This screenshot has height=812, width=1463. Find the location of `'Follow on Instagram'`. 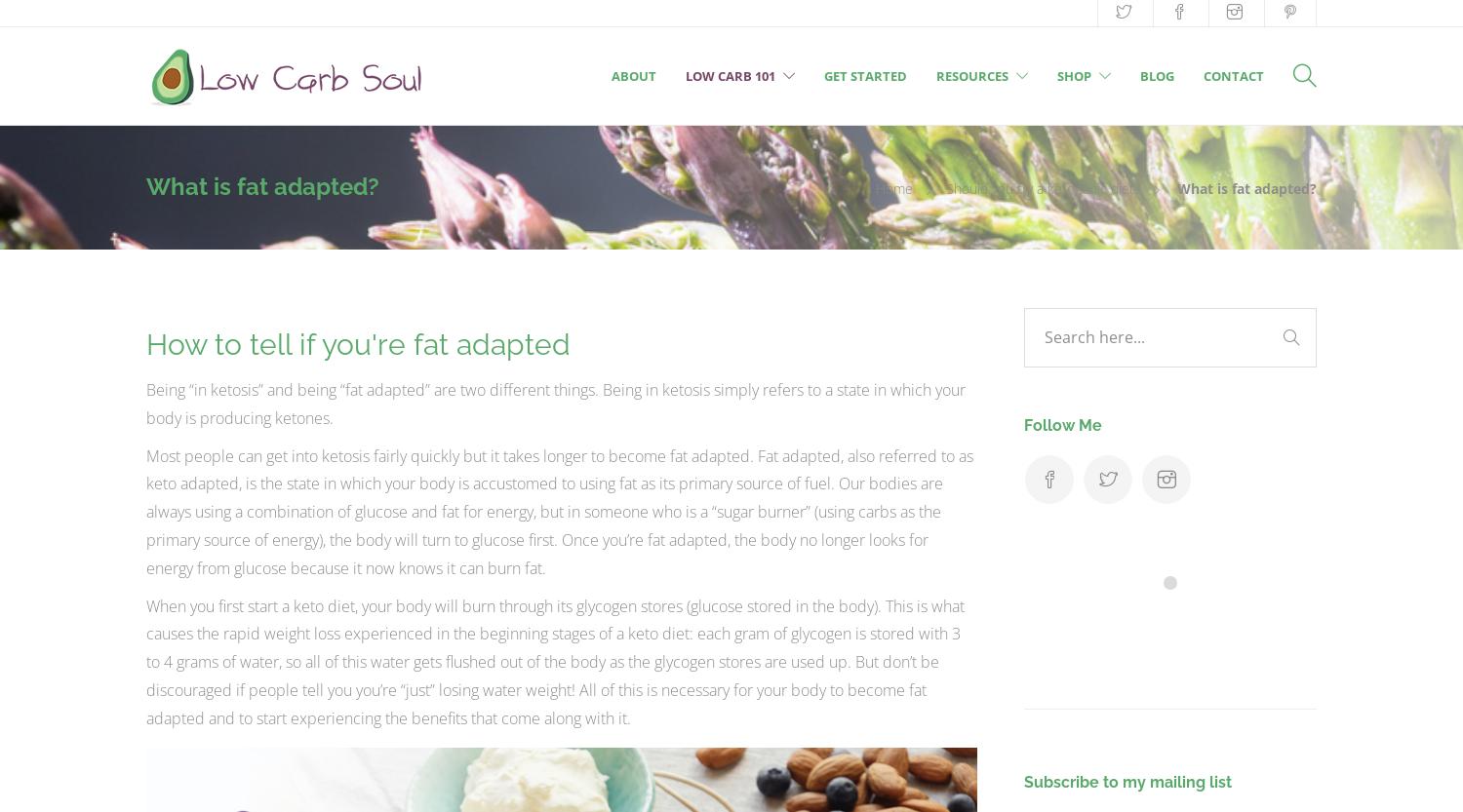

'Follow on Instagram' is located at coordinates (1181, 617).